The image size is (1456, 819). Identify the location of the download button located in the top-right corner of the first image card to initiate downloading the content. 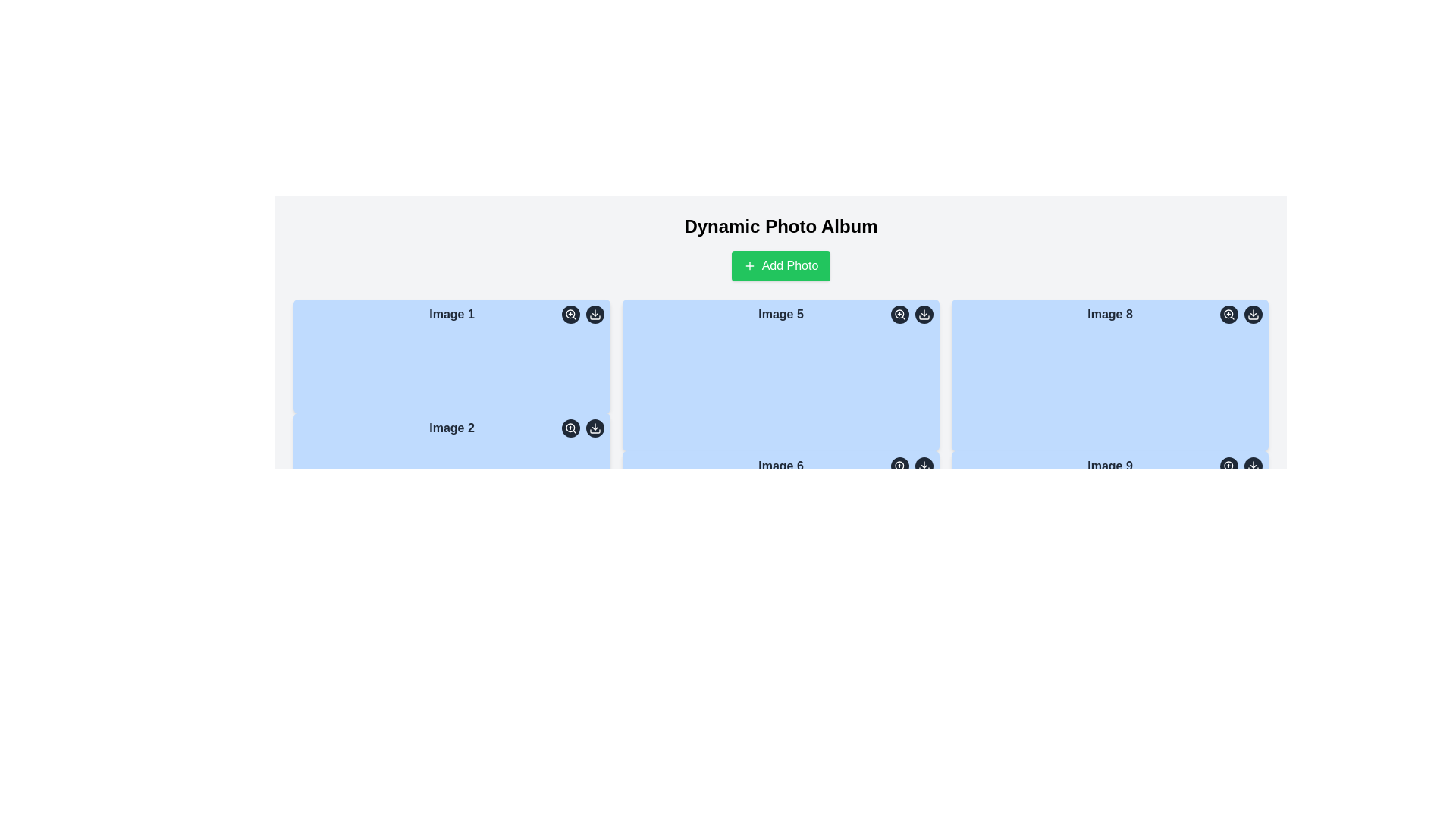
(595, 314).